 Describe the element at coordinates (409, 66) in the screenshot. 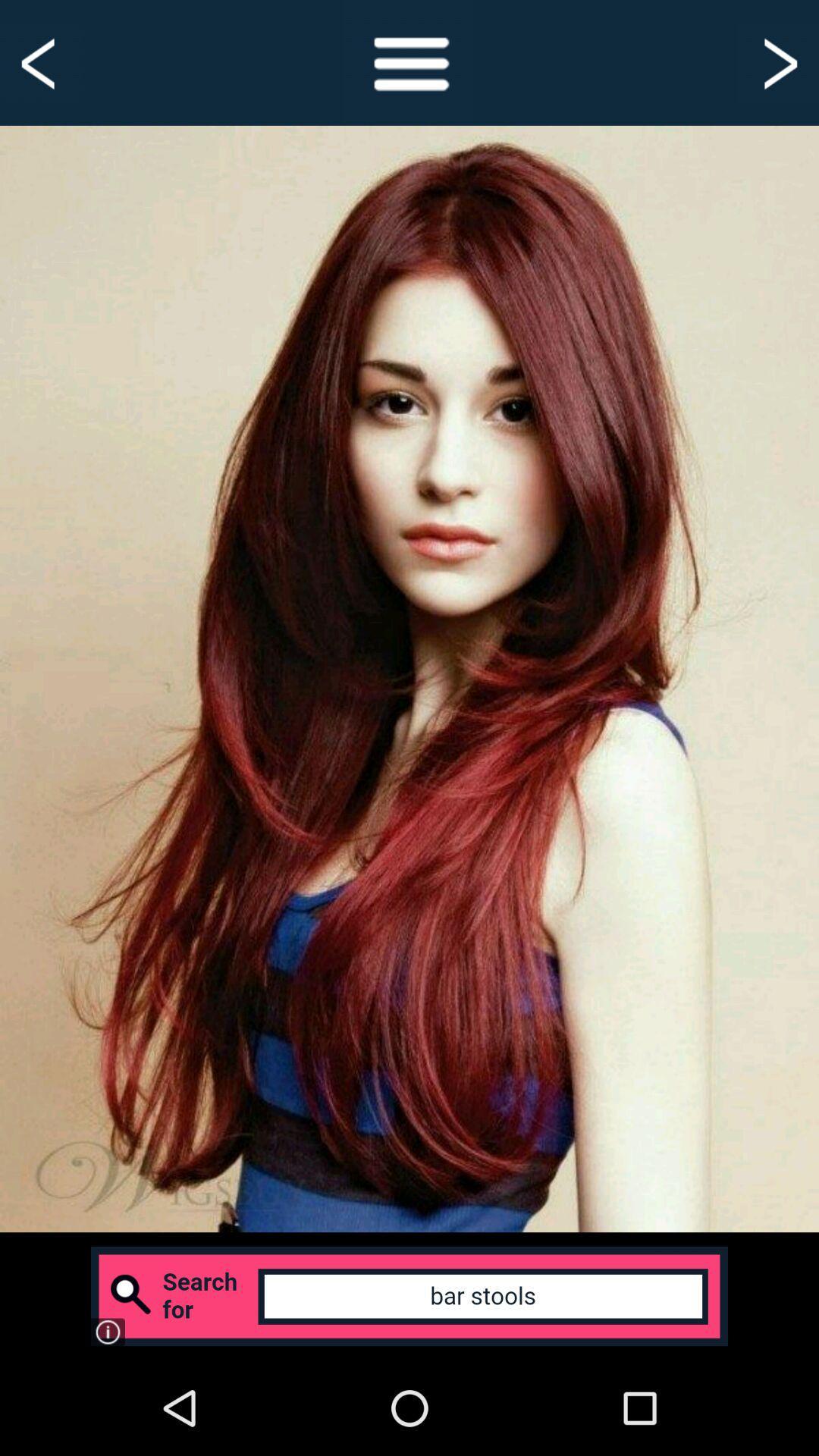

I see `the menu icon` at that location.